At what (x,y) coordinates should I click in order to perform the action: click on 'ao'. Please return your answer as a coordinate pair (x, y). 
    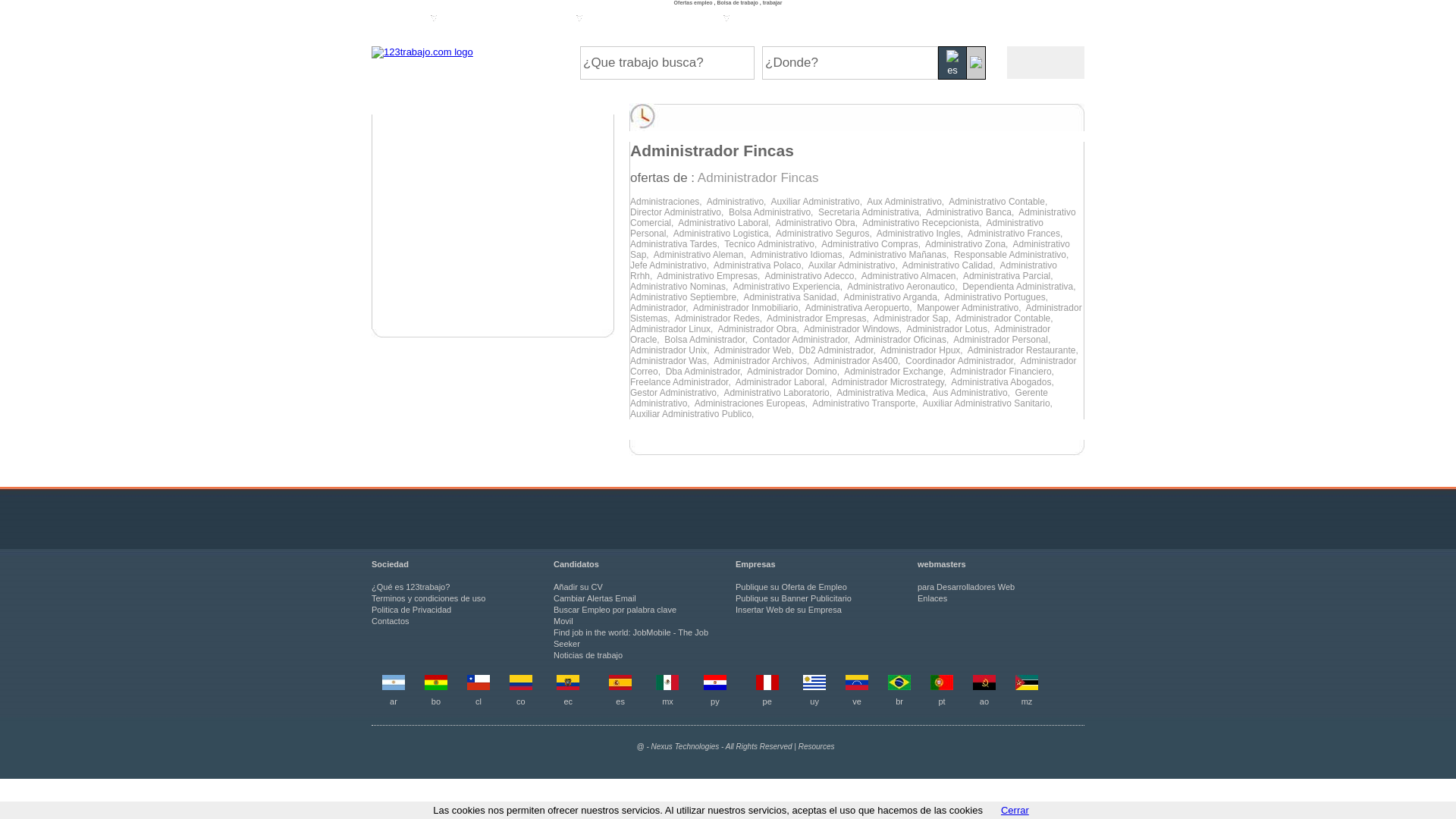
    Looking at the image, I should click on (984, 701).